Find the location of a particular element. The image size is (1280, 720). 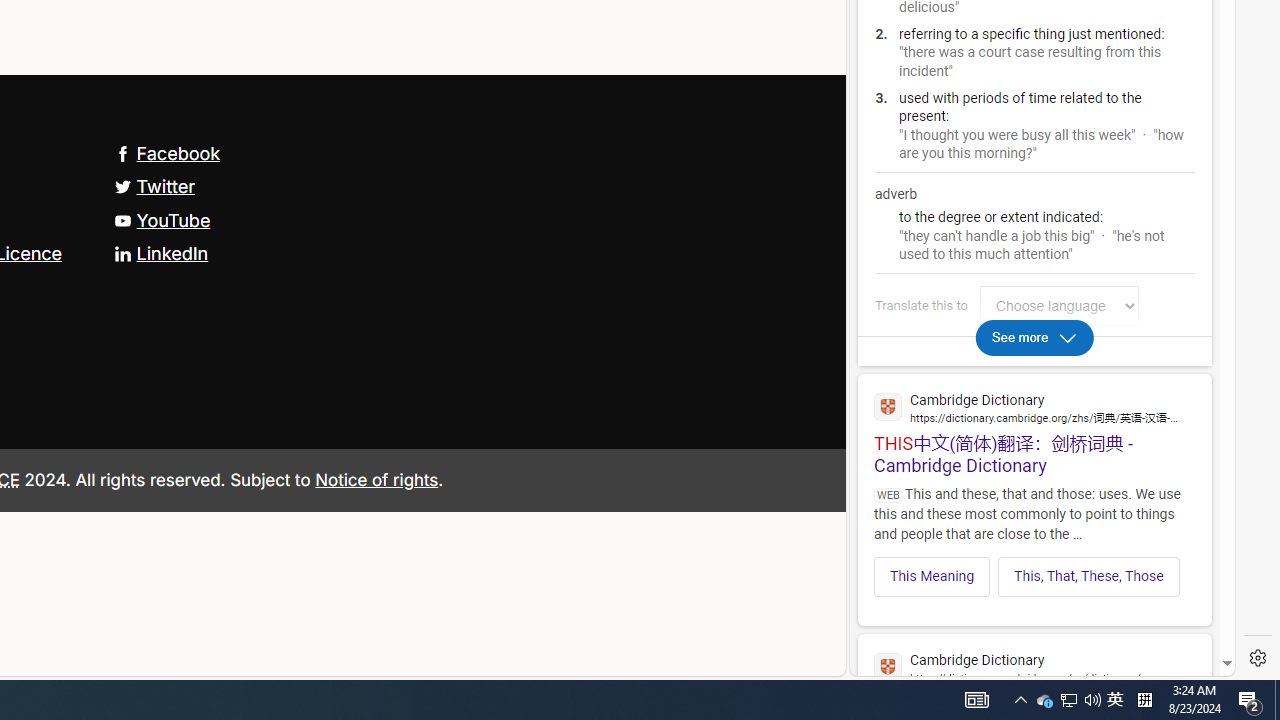

'See more' is located at coordinates (1034, 336).